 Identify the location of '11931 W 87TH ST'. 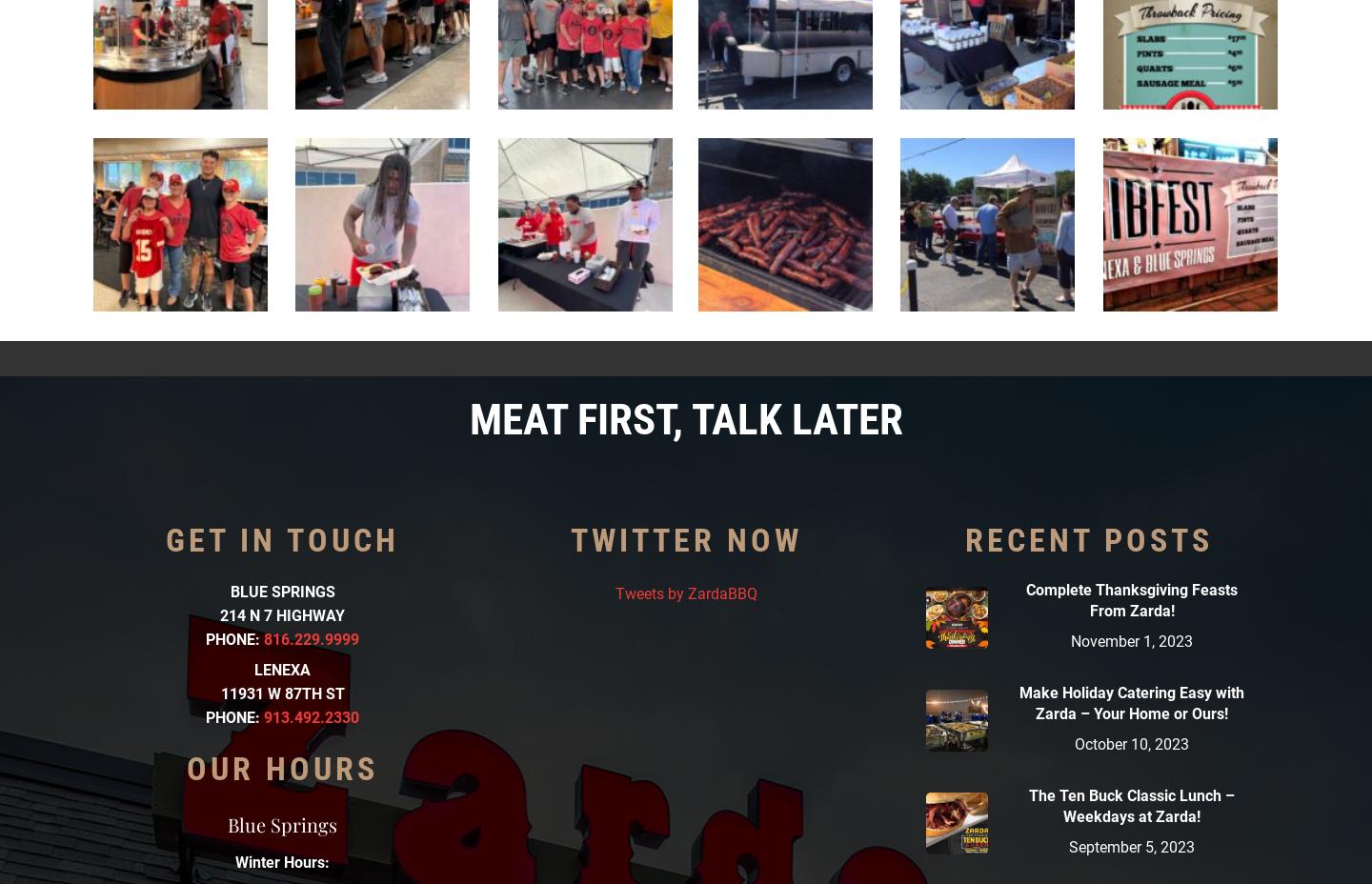
(281, 692).